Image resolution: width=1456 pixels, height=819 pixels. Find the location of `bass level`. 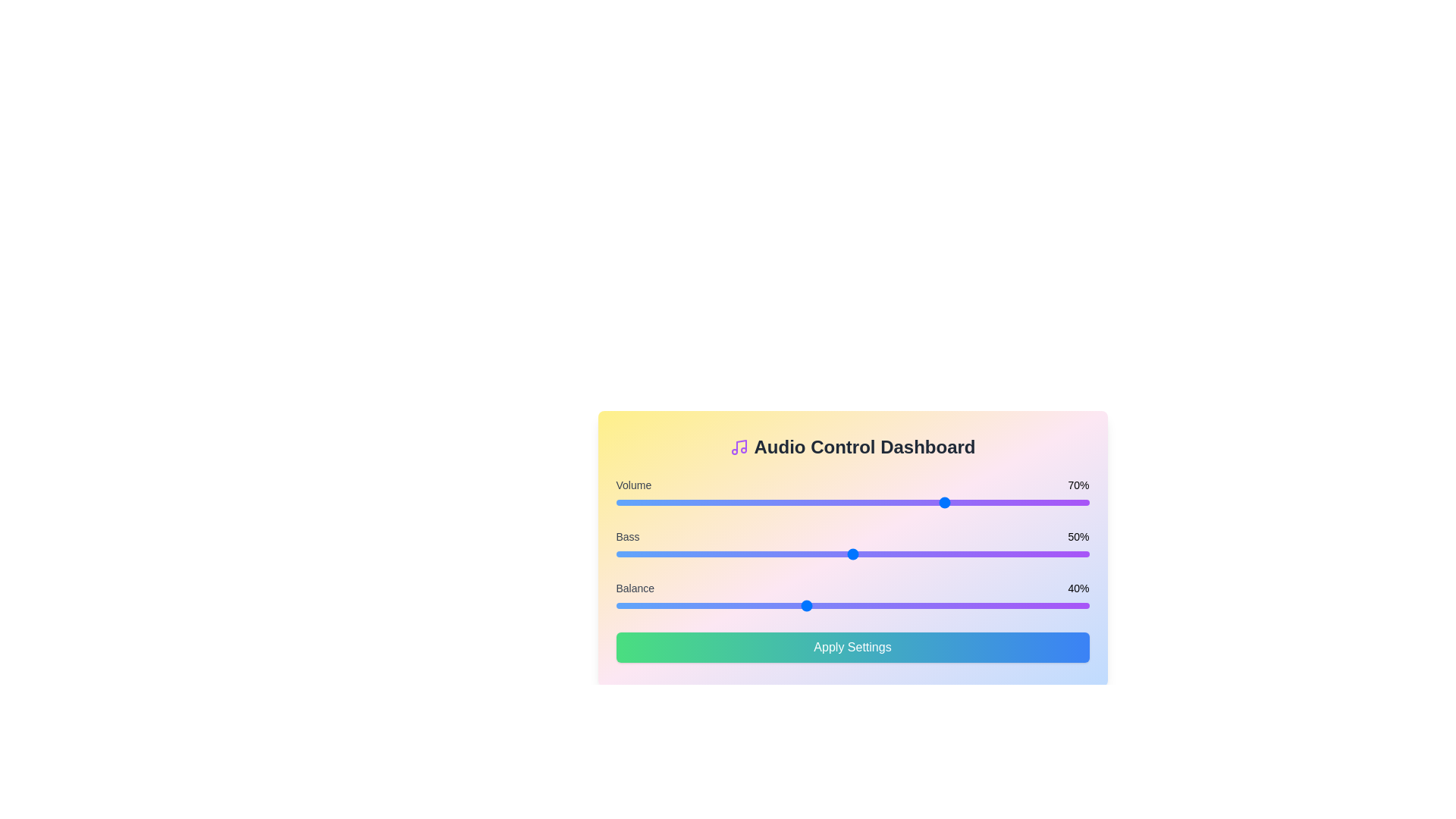

bass level is located at coordinates (955, 554).